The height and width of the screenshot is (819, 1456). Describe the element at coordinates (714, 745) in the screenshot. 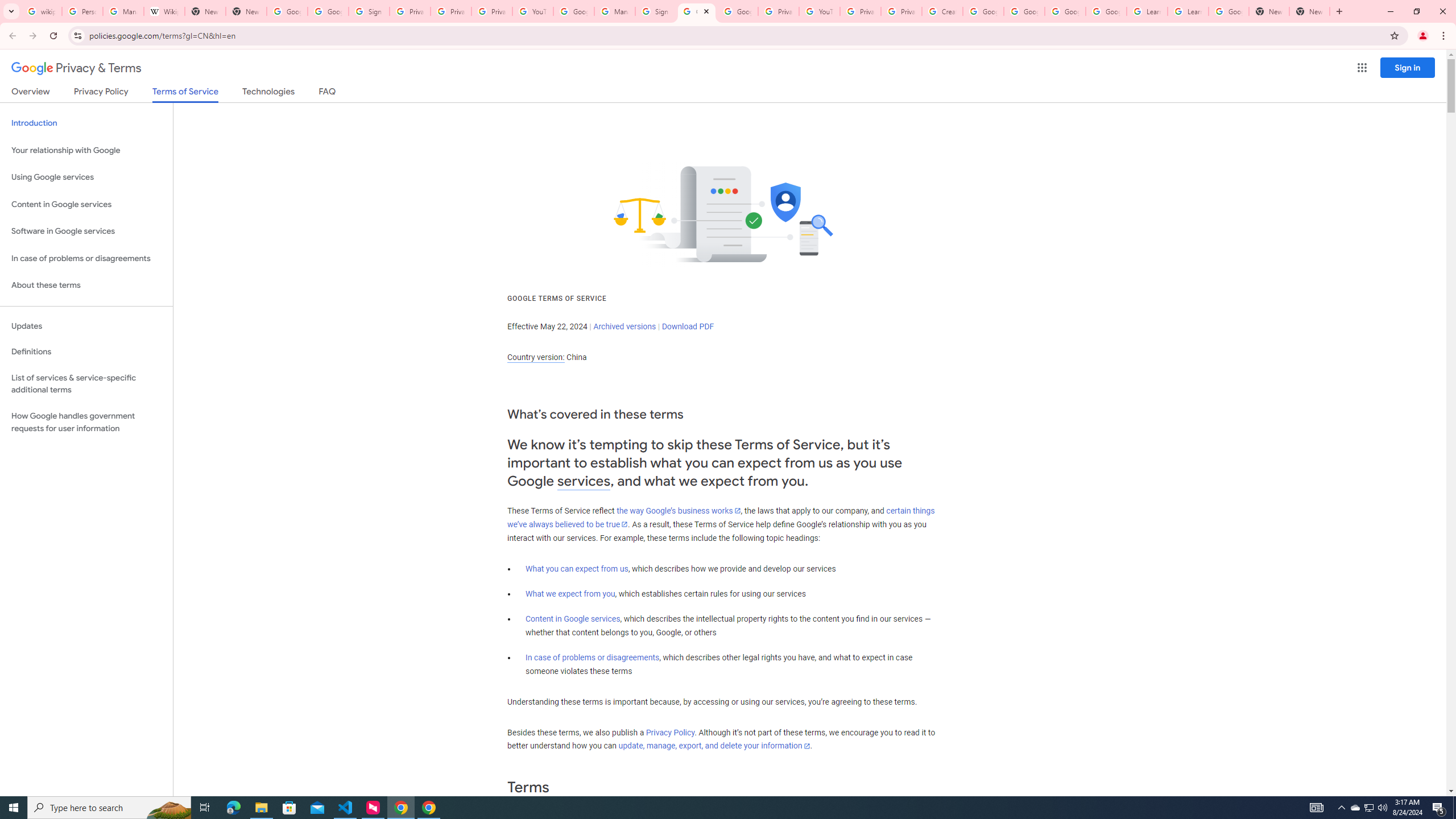

I see `'update, manage, export, and delete your information'` at that location.